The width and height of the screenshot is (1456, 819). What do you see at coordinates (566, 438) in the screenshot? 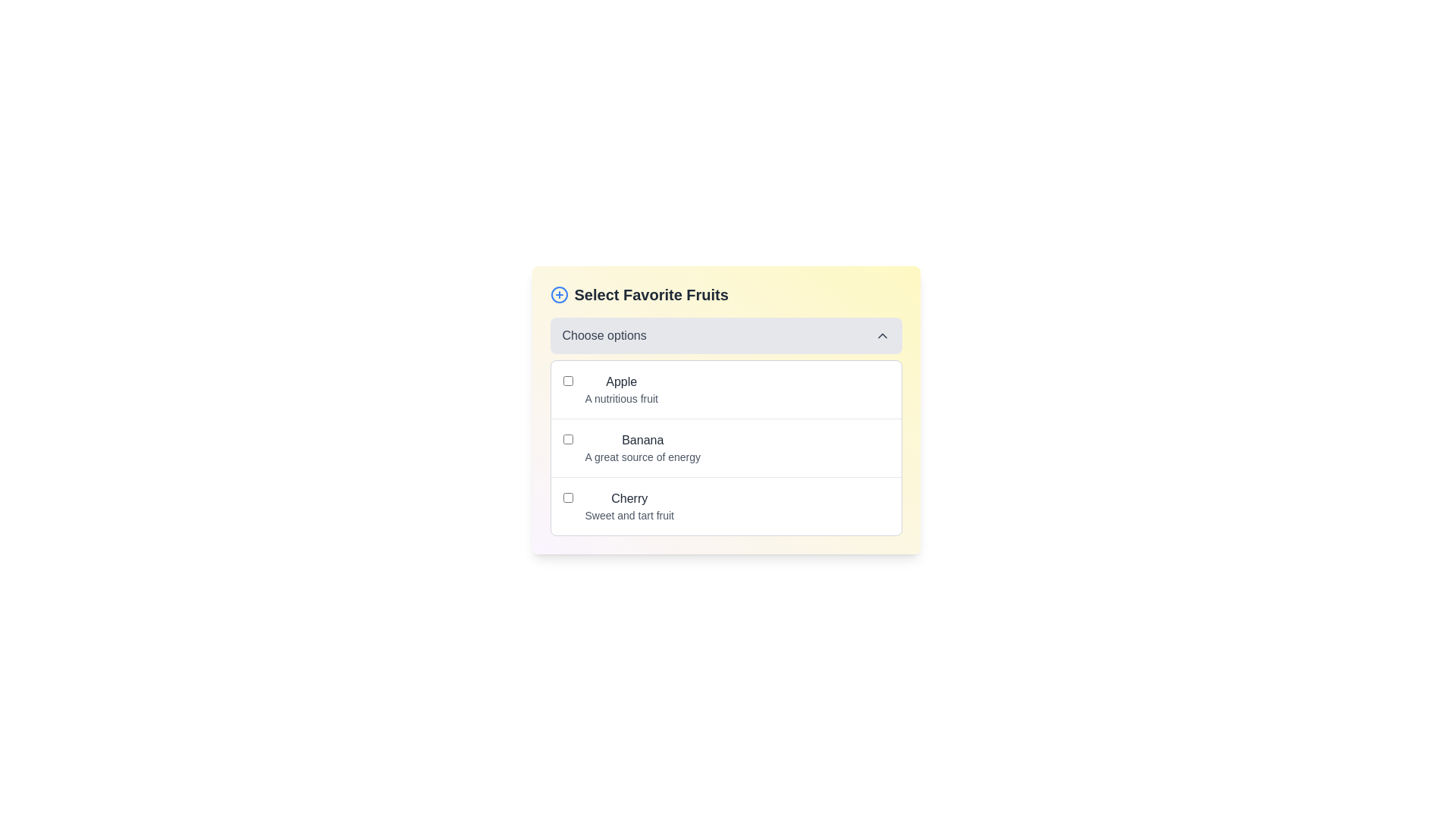
I see `the checkbox for 'Banana'` at bounding box center [566, 438].